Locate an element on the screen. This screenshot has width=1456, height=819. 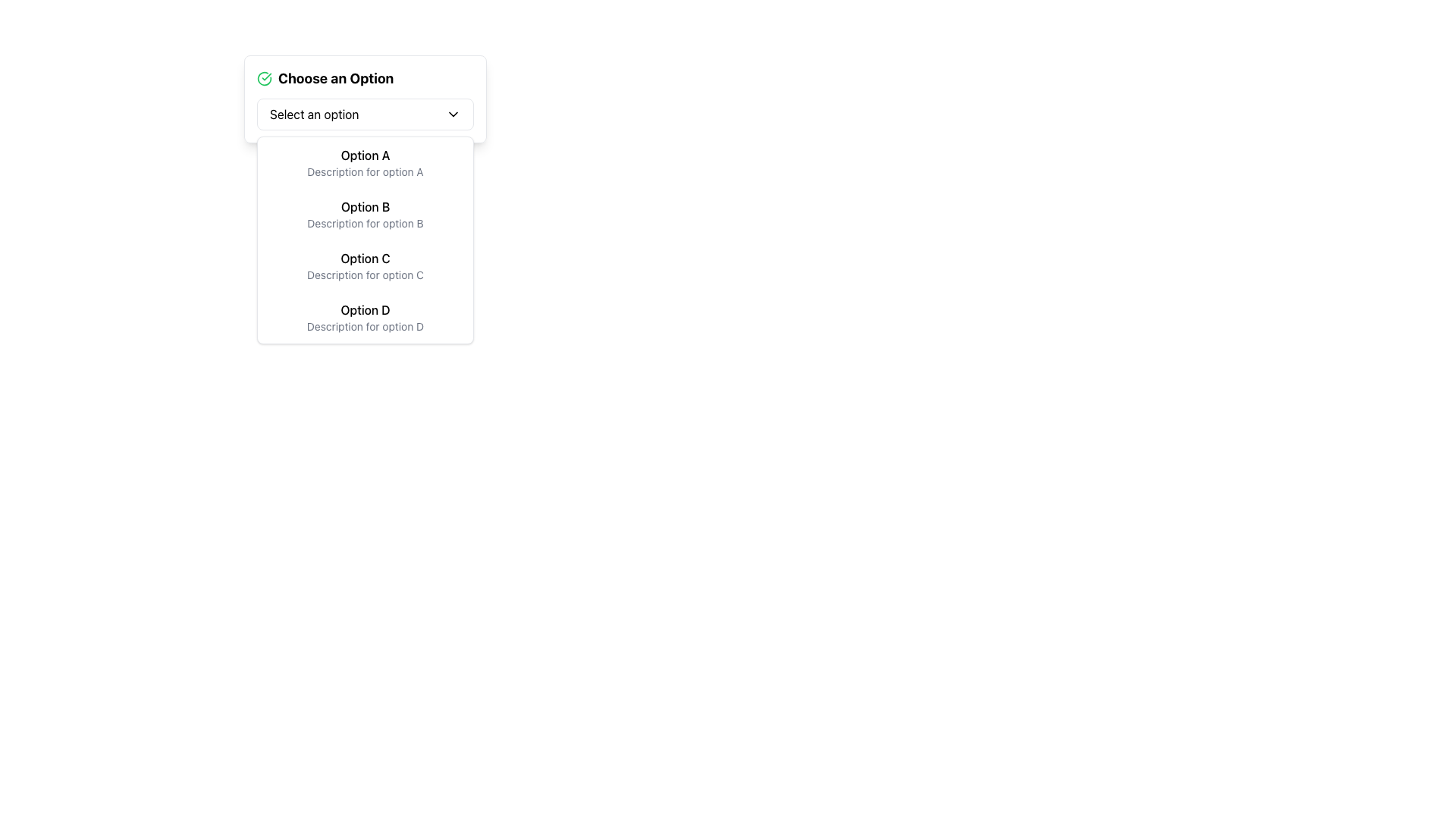
text label positioned to the right of a green check icon and above the dropdown menu labeled 'Select an option' is located at coordinates (335, 79).